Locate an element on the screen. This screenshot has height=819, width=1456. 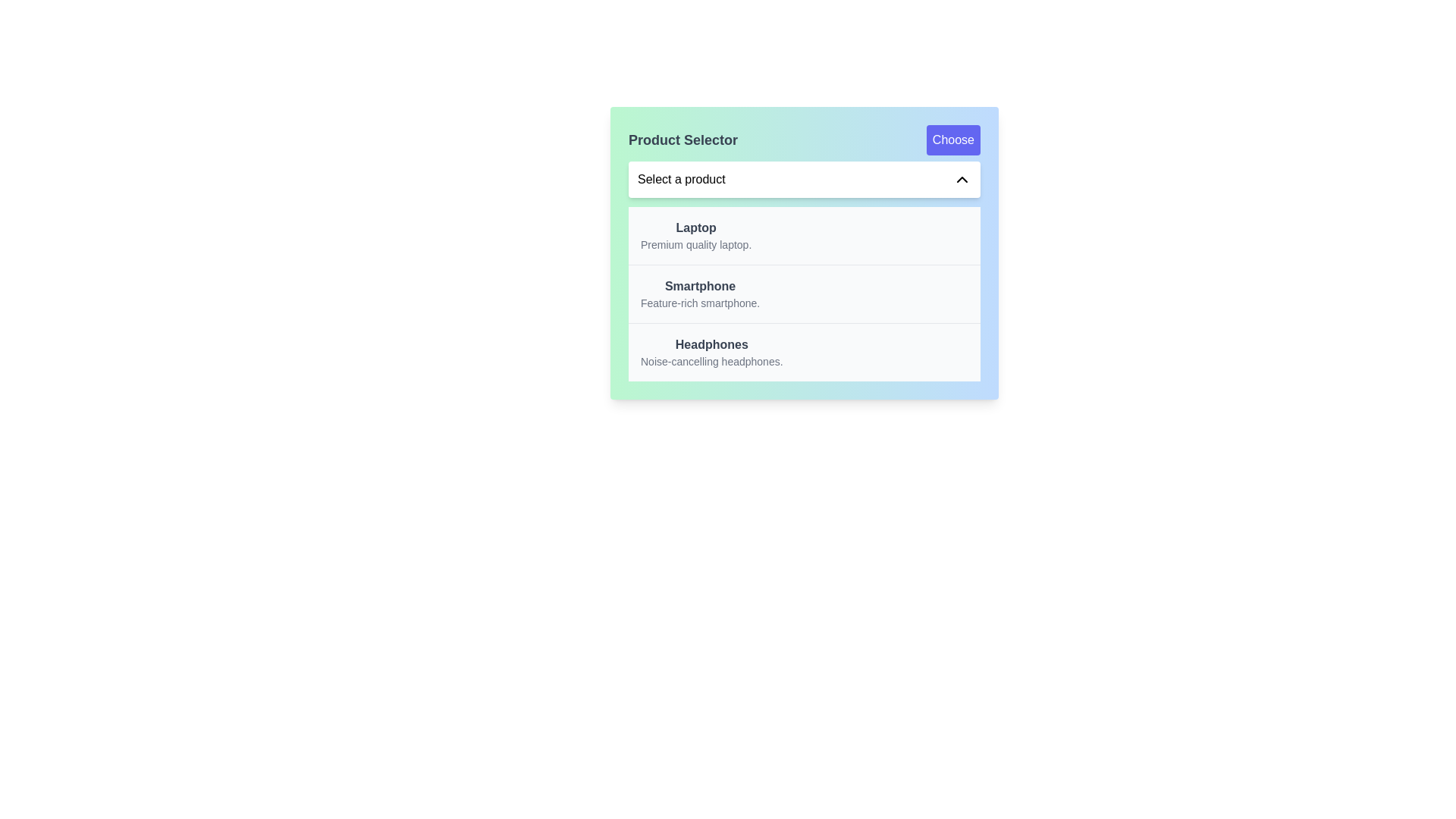
the Text Element displaying 'Smartphone' in the dropdown menu is located at coordinates (699, 294).